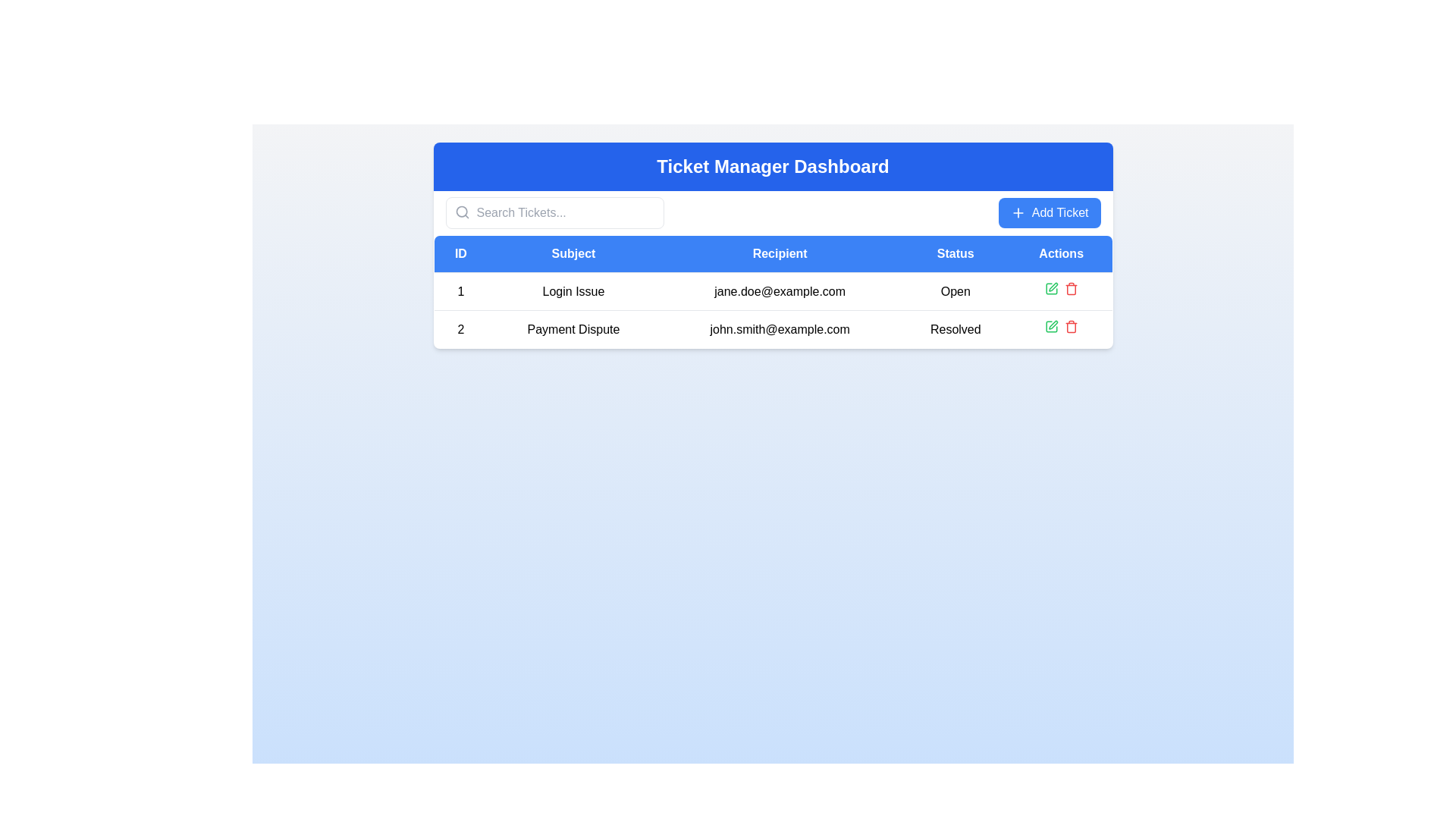 The width and height of the screenshot is (1456, 819). I want to click on the 'Status' text label, which is styled with a blue background and white centered text, located in the header row of a table, positioned between 'Recipient' and 'Actions', so click(955, 253).